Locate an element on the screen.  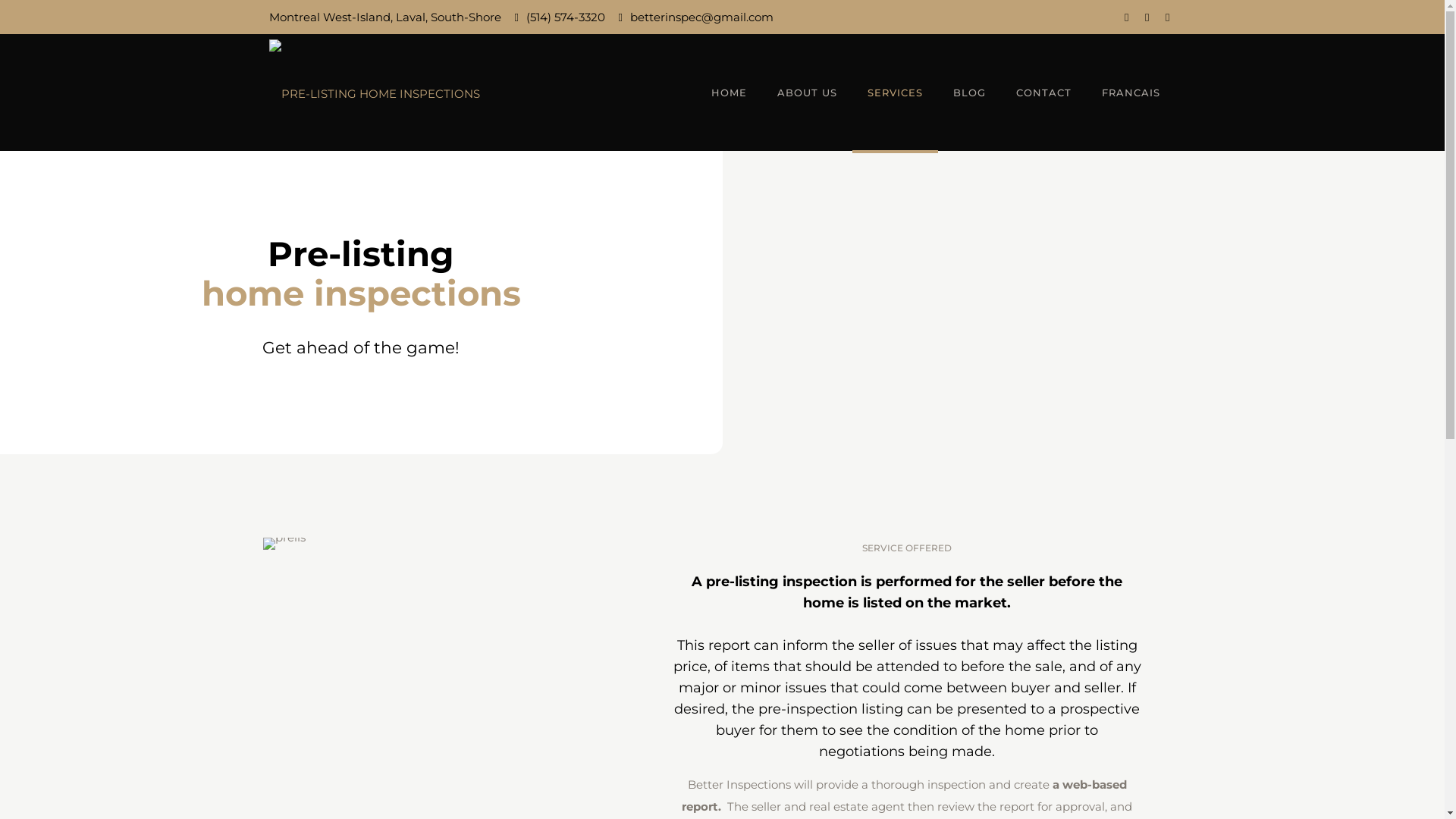
'BLOG' is located at coordinates (968, 92).